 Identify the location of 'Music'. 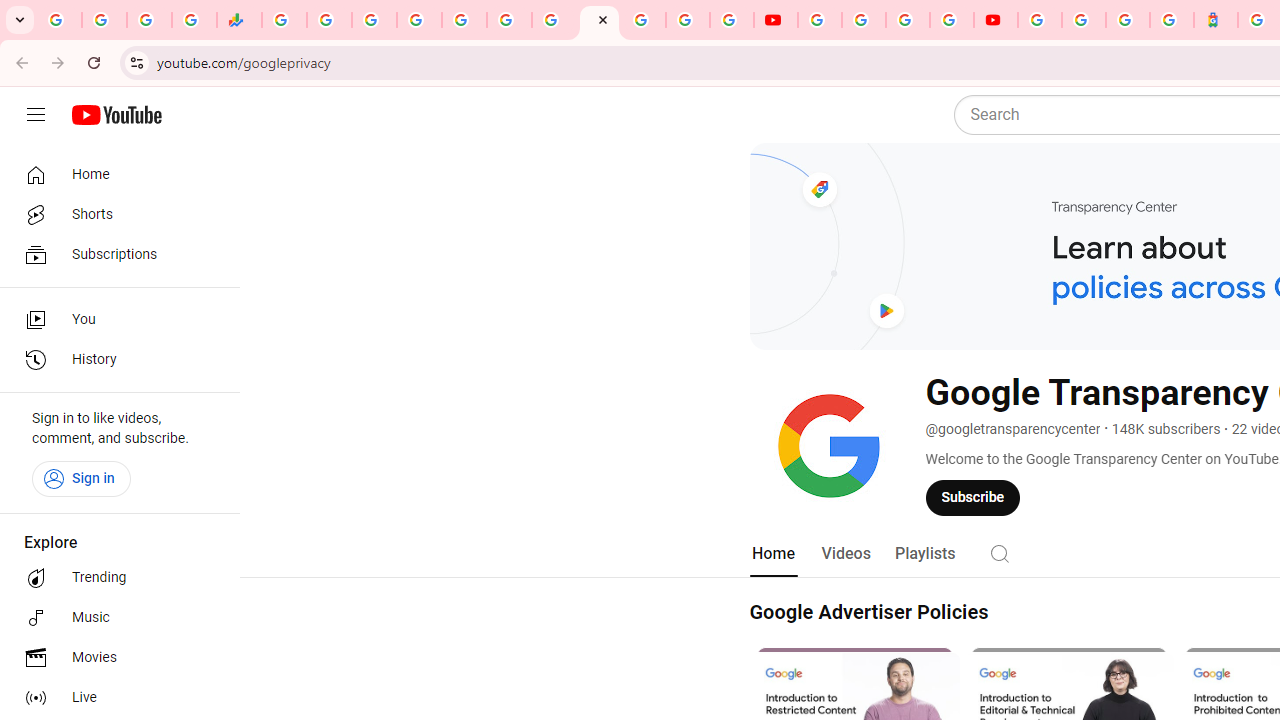
(112, 617).